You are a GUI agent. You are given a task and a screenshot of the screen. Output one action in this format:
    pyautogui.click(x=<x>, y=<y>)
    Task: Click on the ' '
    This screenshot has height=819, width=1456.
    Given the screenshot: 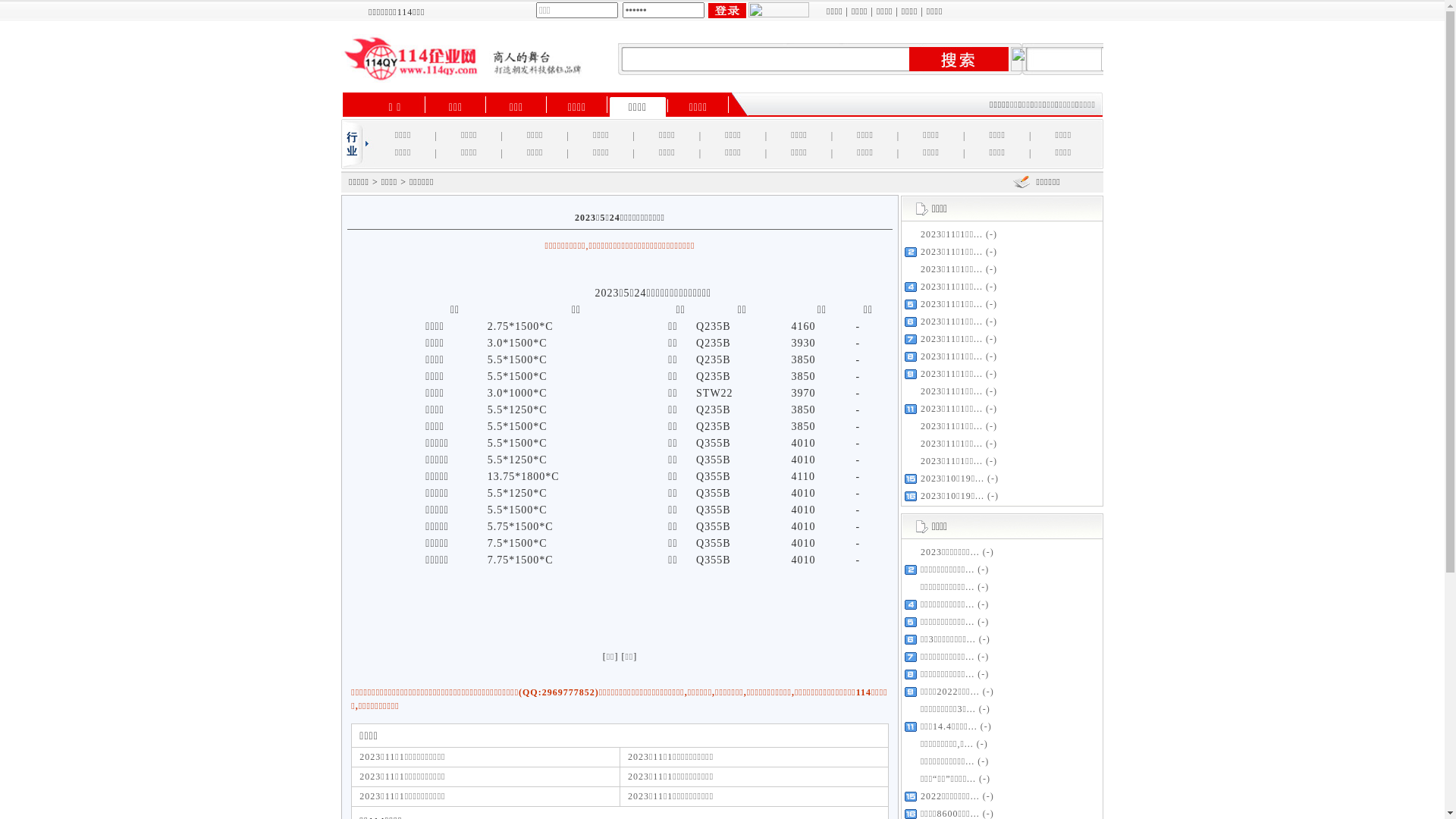 What is the action you would take?
    pyautogui.click(x=958, y=58)
    